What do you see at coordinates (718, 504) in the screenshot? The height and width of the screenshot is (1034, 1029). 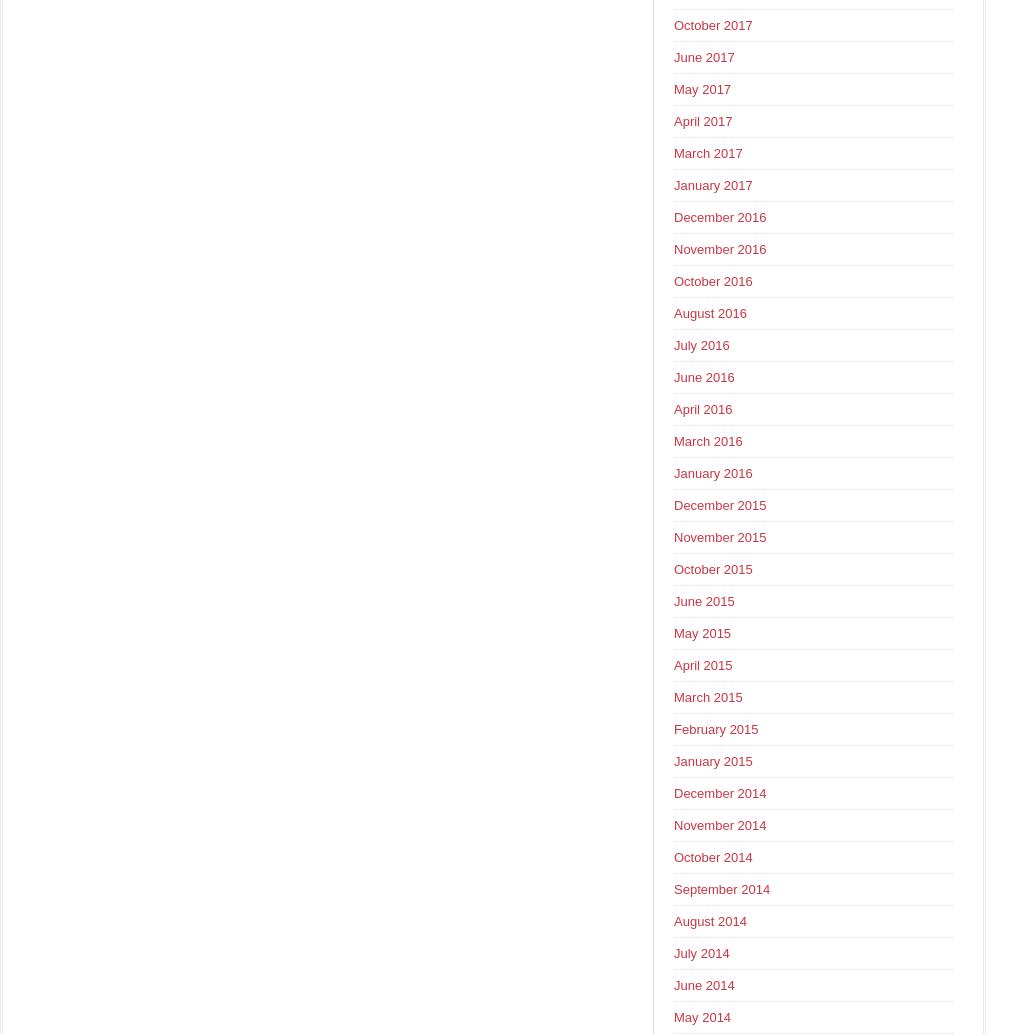 I see `'December 2015'` at bounding box center [718, 504].